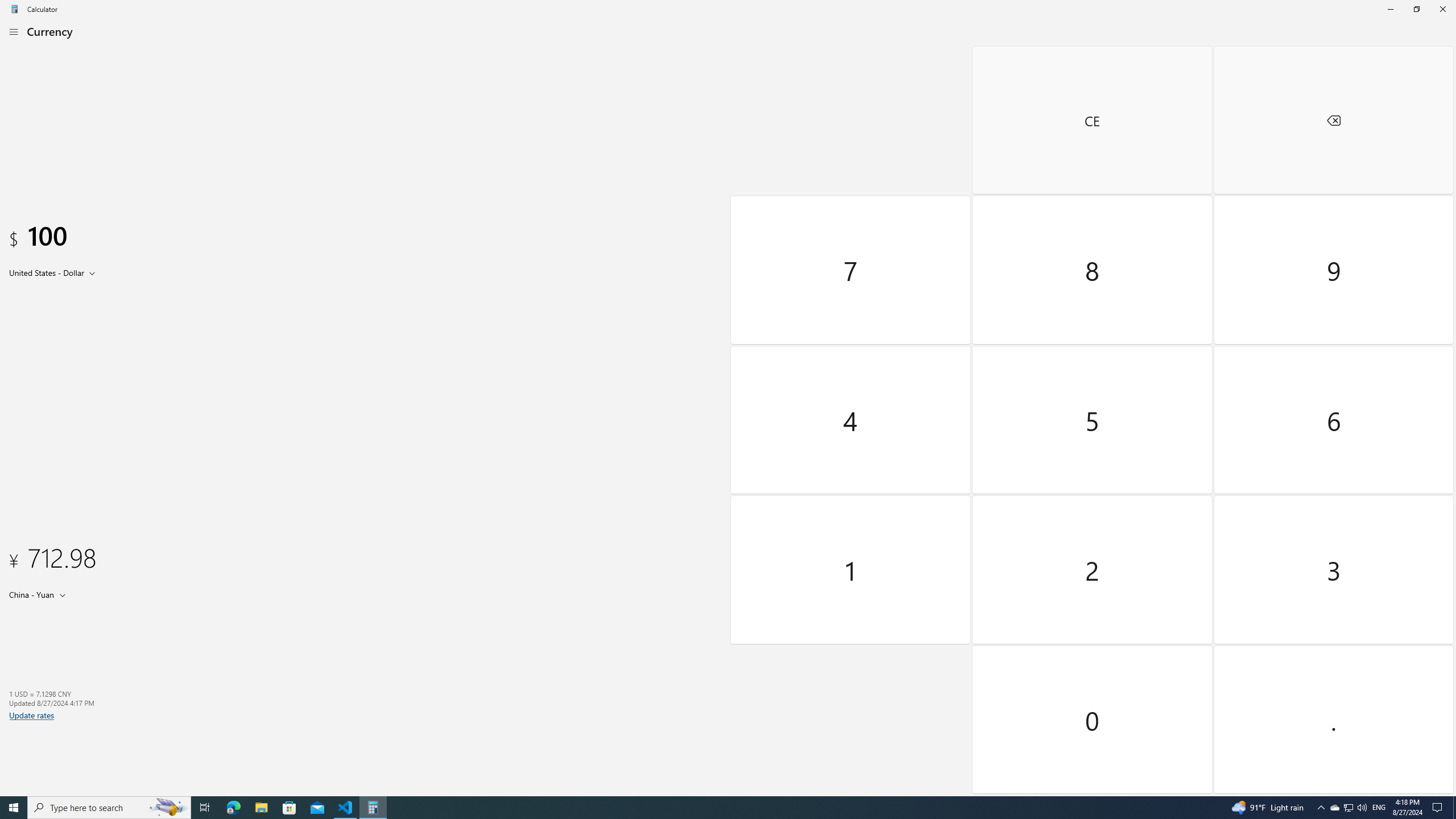 The image size is (1456, 819). What do you see at coordinates (31, 593) in the screenshot?
I see `'China Yuan'` at bounding box center [31, 593].